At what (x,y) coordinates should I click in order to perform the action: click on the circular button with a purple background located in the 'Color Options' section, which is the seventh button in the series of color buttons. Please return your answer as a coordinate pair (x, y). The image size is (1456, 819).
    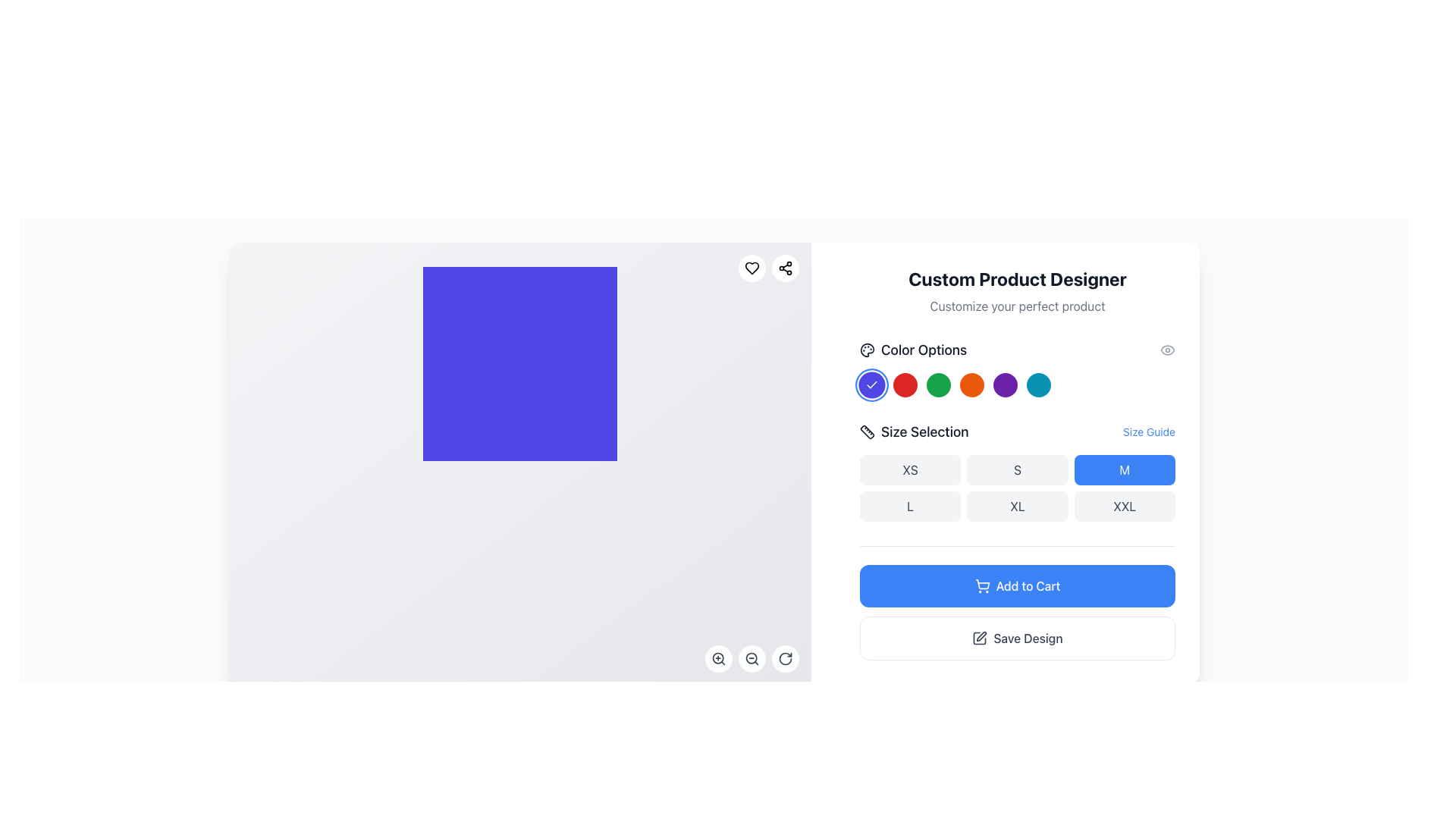
    Looking at the image, I should click on (1005, 384).